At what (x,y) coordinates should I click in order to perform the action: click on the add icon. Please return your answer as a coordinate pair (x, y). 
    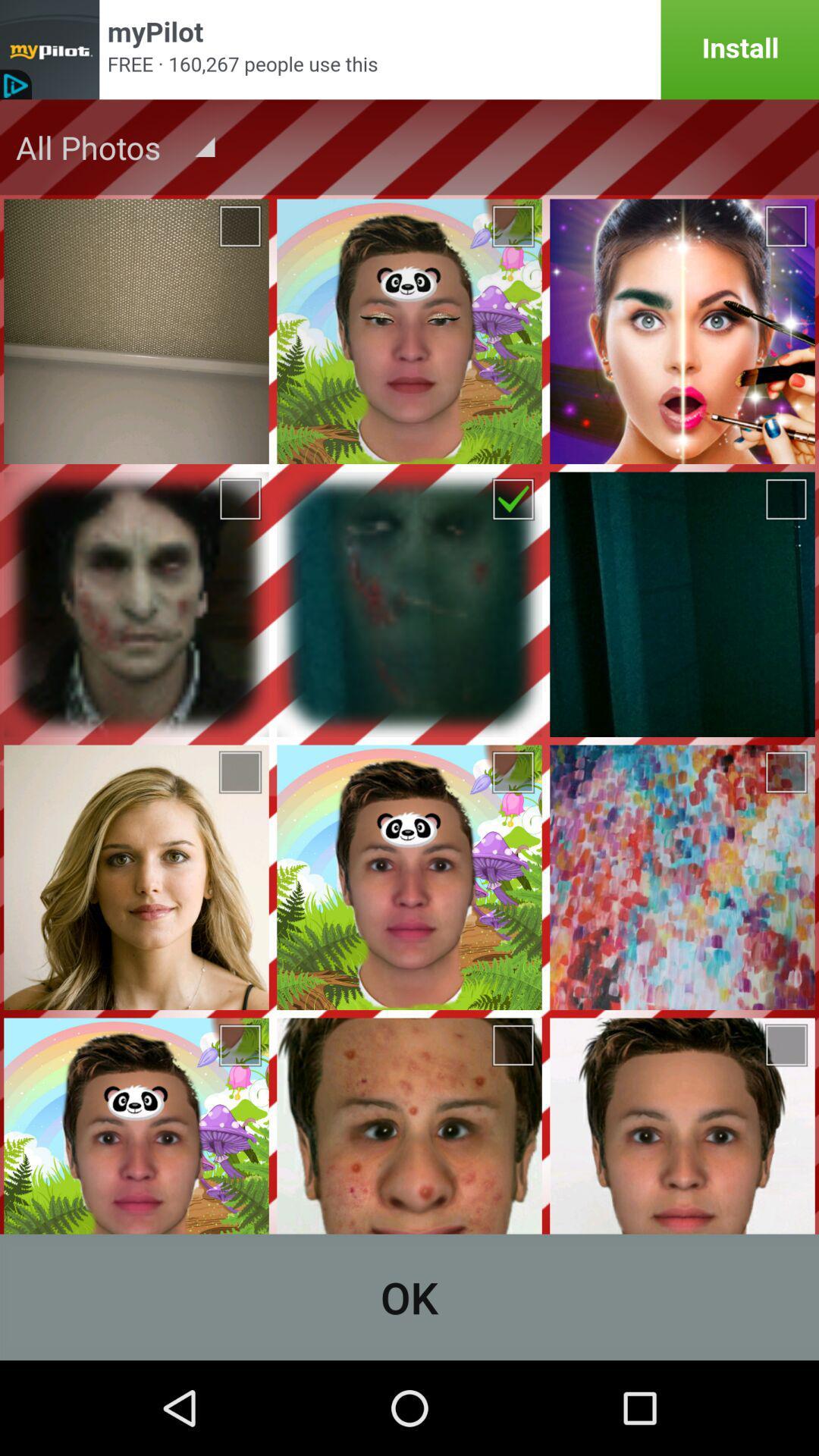
    Looking at the image, I should click on (681, 1358).